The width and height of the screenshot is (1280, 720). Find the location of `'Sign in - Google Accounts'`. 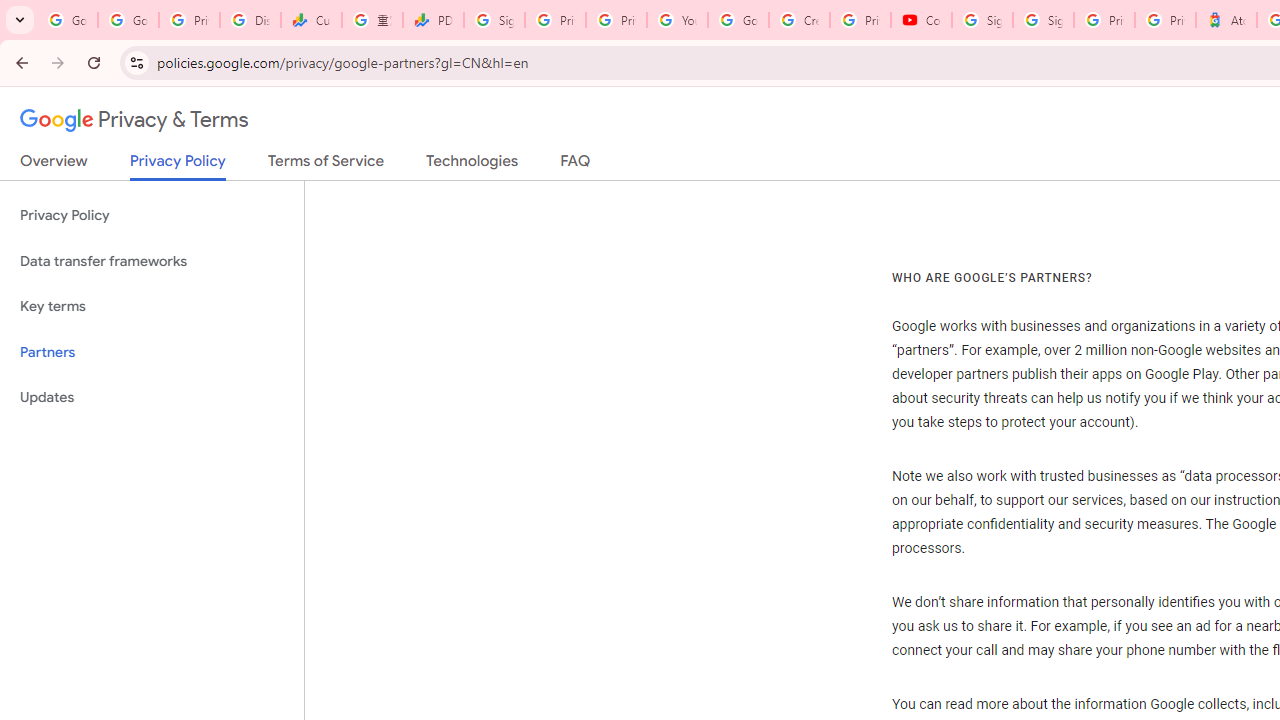

'Sign in - Google Accounts' is located at coordinates (982, 20).